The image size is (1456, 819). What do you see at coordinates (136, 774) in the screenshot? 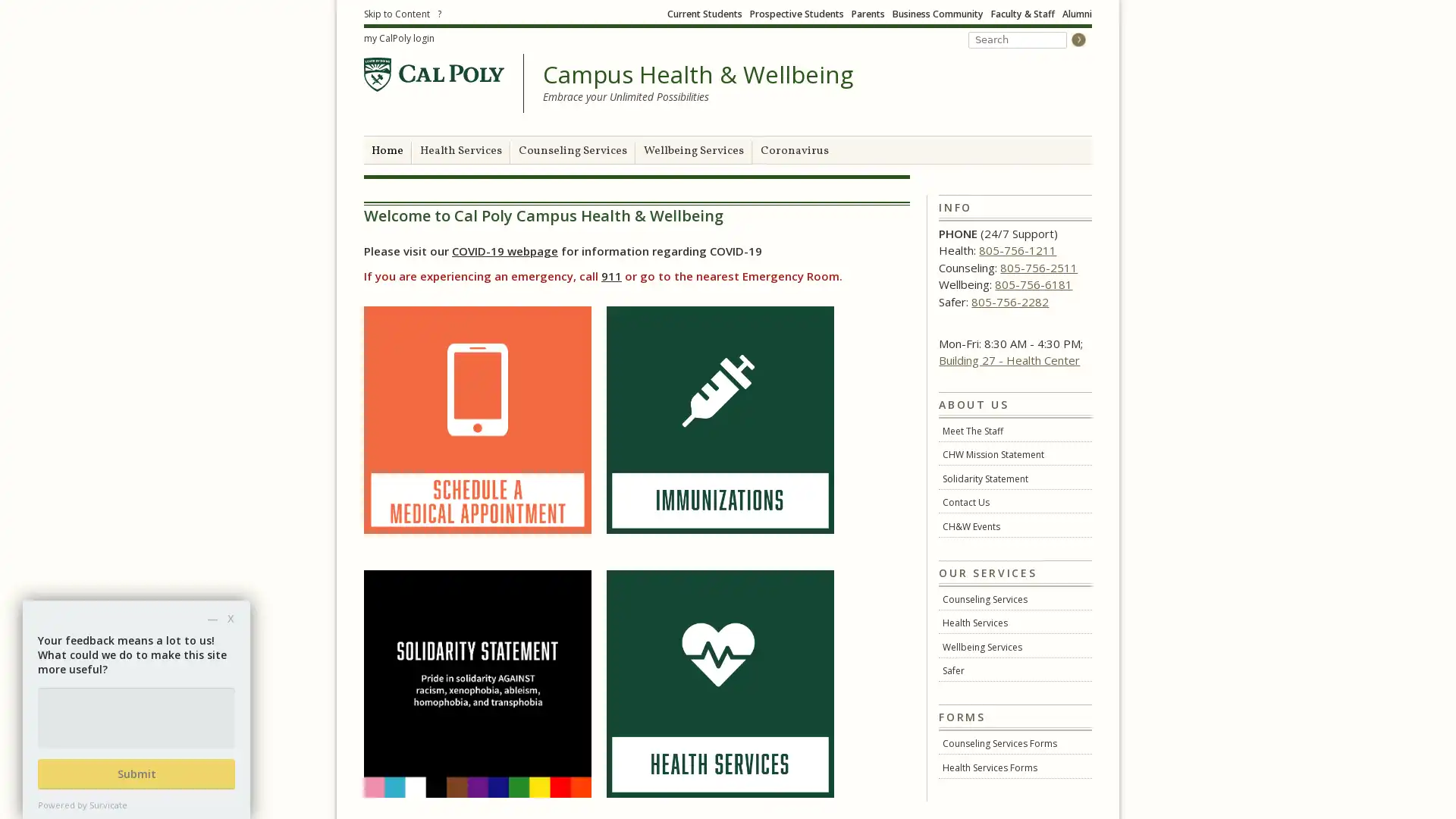
I see `Submit` at bounding box center [136, 774].